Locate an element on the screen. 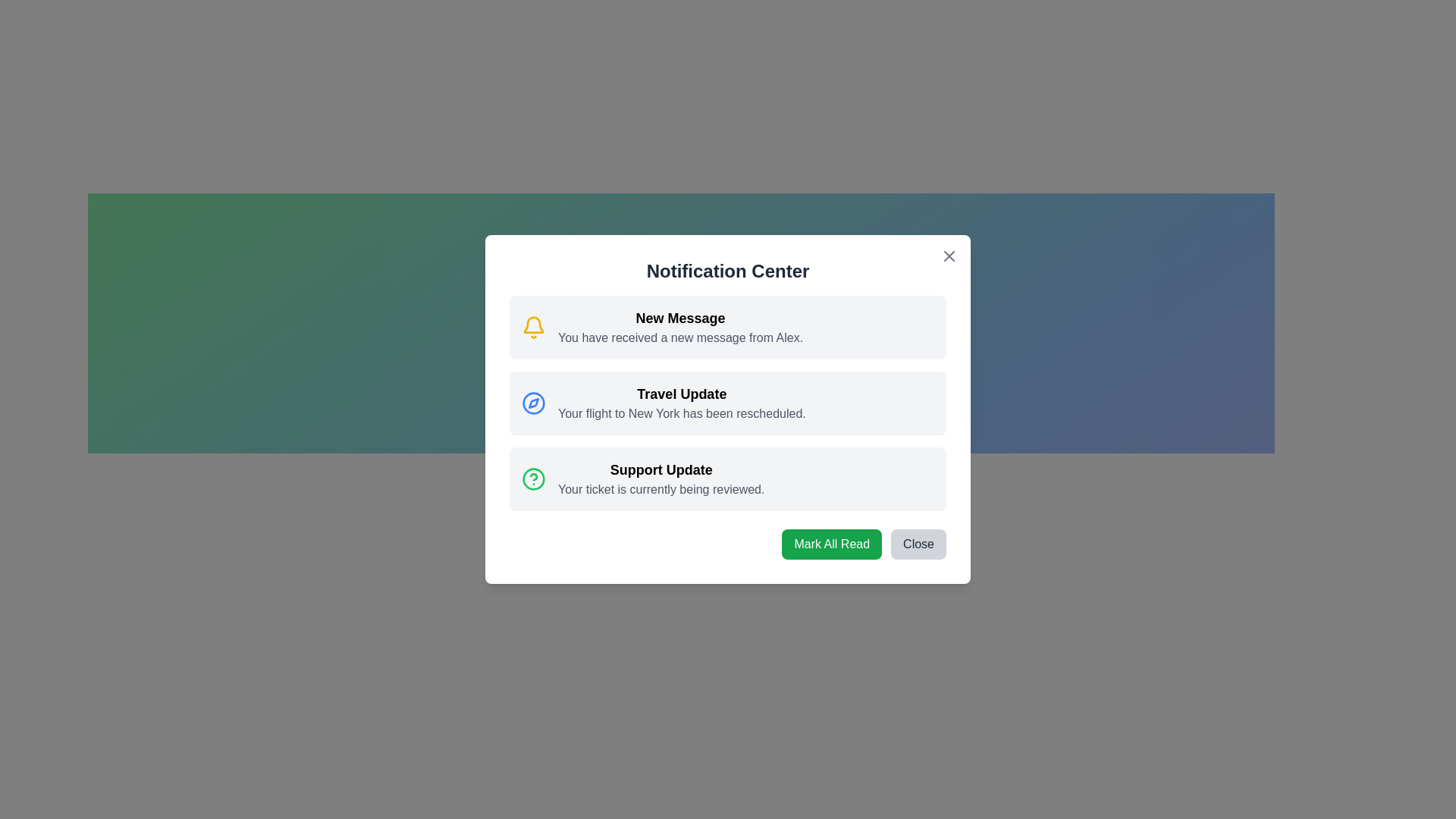 Image resolution: width=1456 pixels, height=819 pixels. the close button located in the top-right corner of the 'Notification Center' modal to trigger visual feedback is located at coordinates (949, 256).